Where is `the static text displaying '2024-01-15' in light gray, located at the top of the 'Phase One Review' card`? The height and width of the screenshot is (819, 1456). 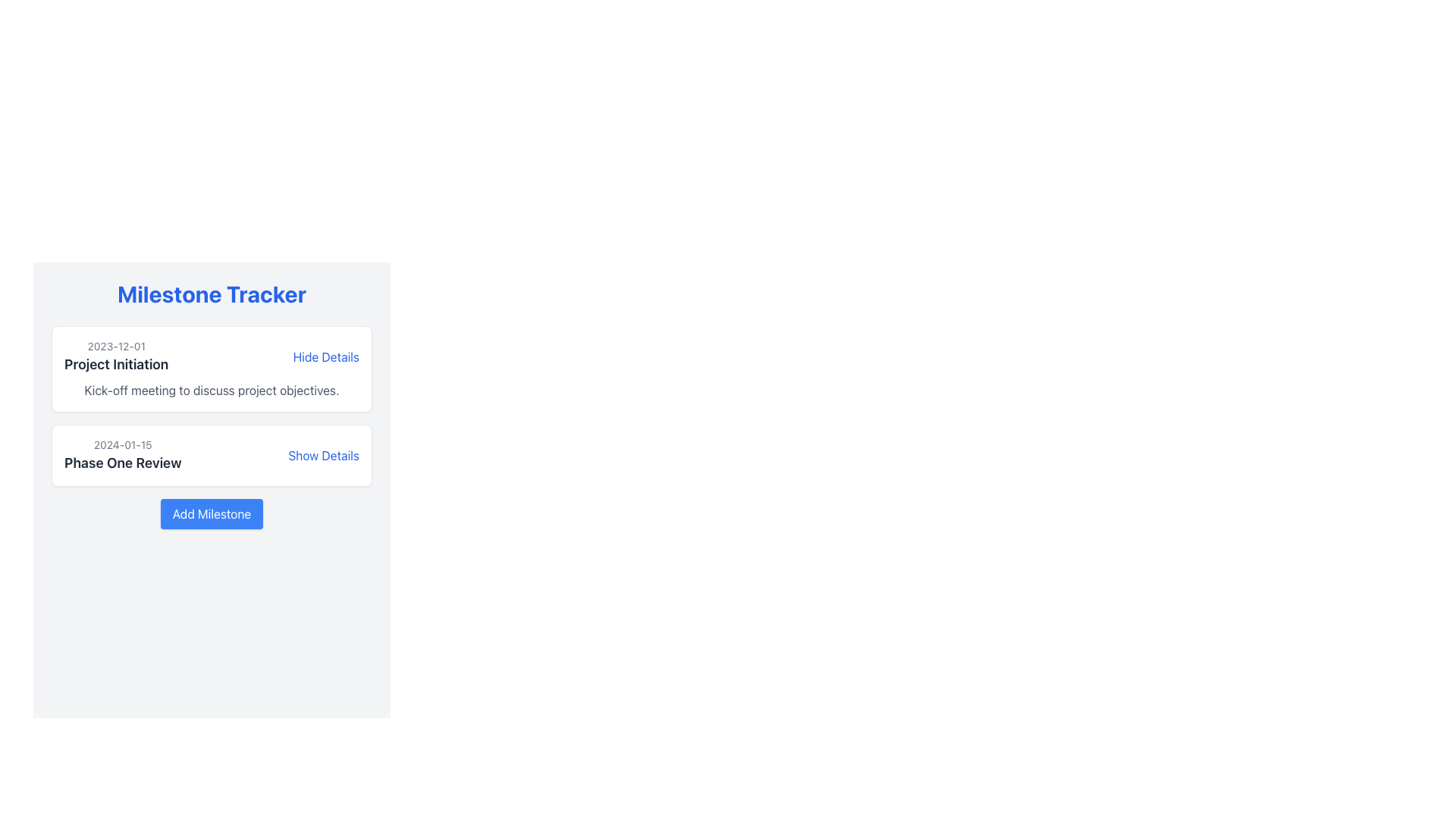 the static text displaying '2024-01-15' in light gray, located at the top of the 'Phase One Review' card is located at coordinates (123, 444).